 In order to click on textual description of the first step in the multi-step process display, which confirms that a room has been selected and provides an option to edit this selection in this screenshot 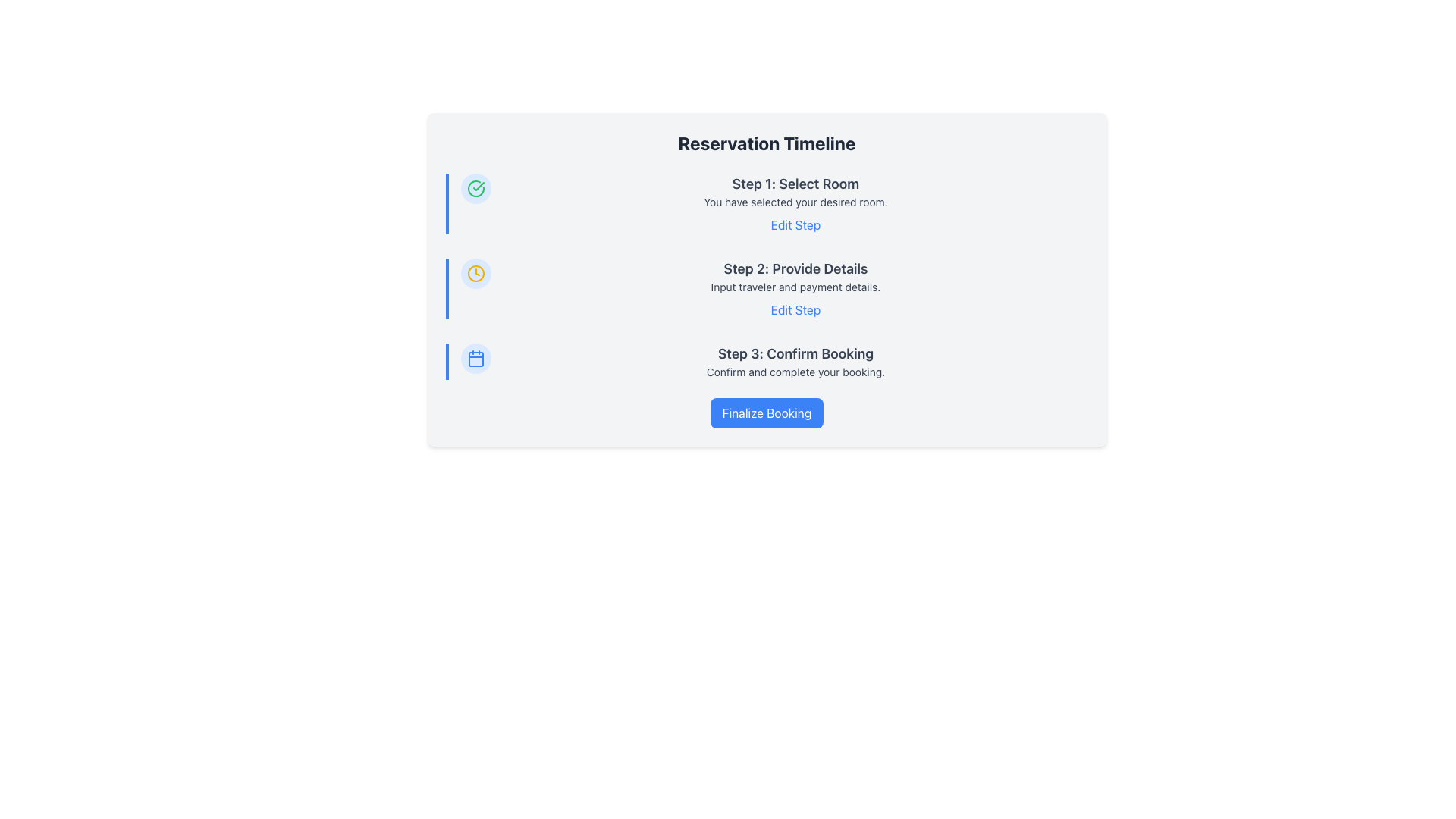, I will do `click(767, 203)`.